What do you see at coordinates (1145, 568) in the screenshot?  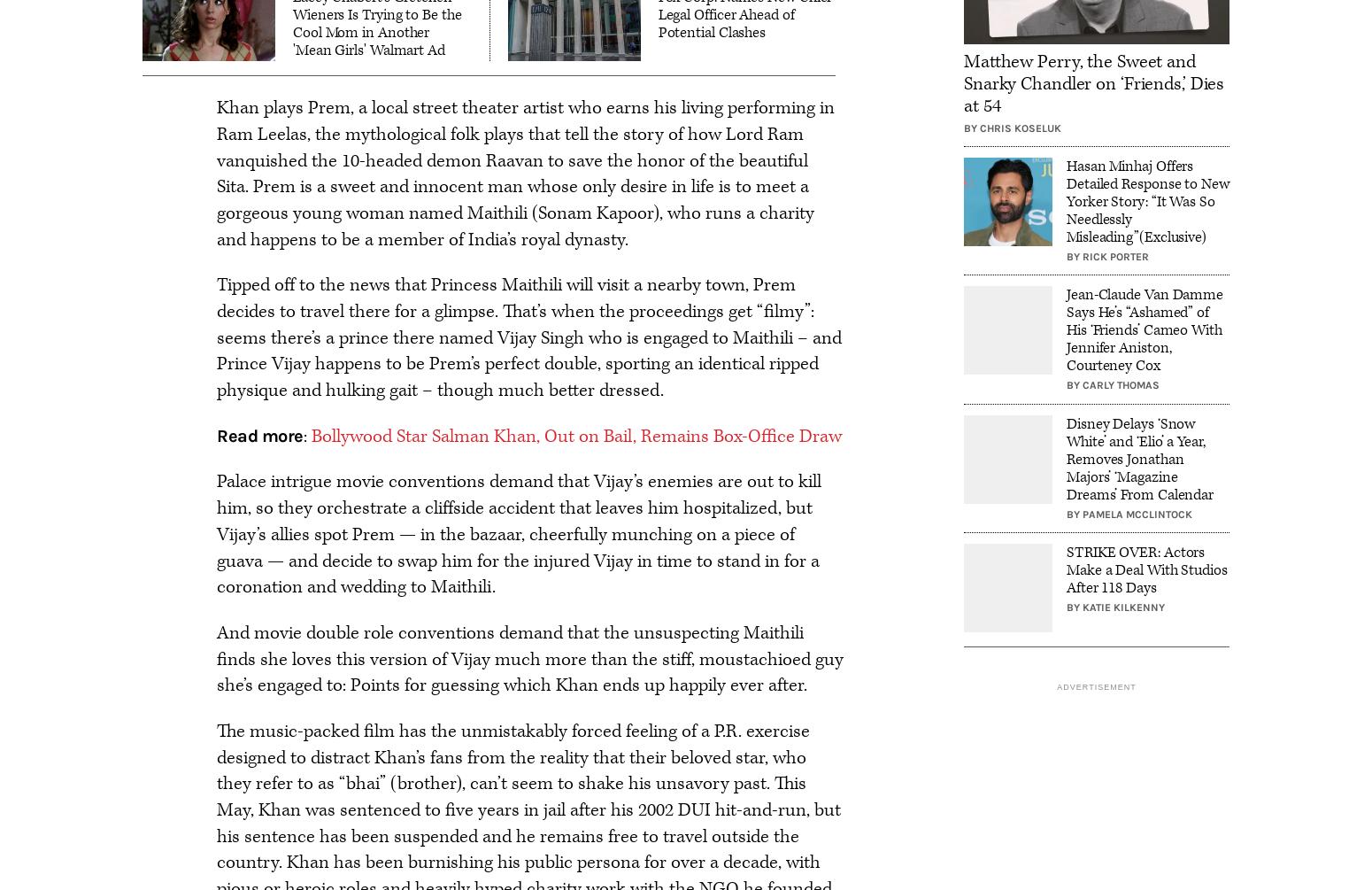 I see `'STRIKE OVER: Actors Make a Deal With Studios After 118 Days'` at bounding box center [1145, 568].